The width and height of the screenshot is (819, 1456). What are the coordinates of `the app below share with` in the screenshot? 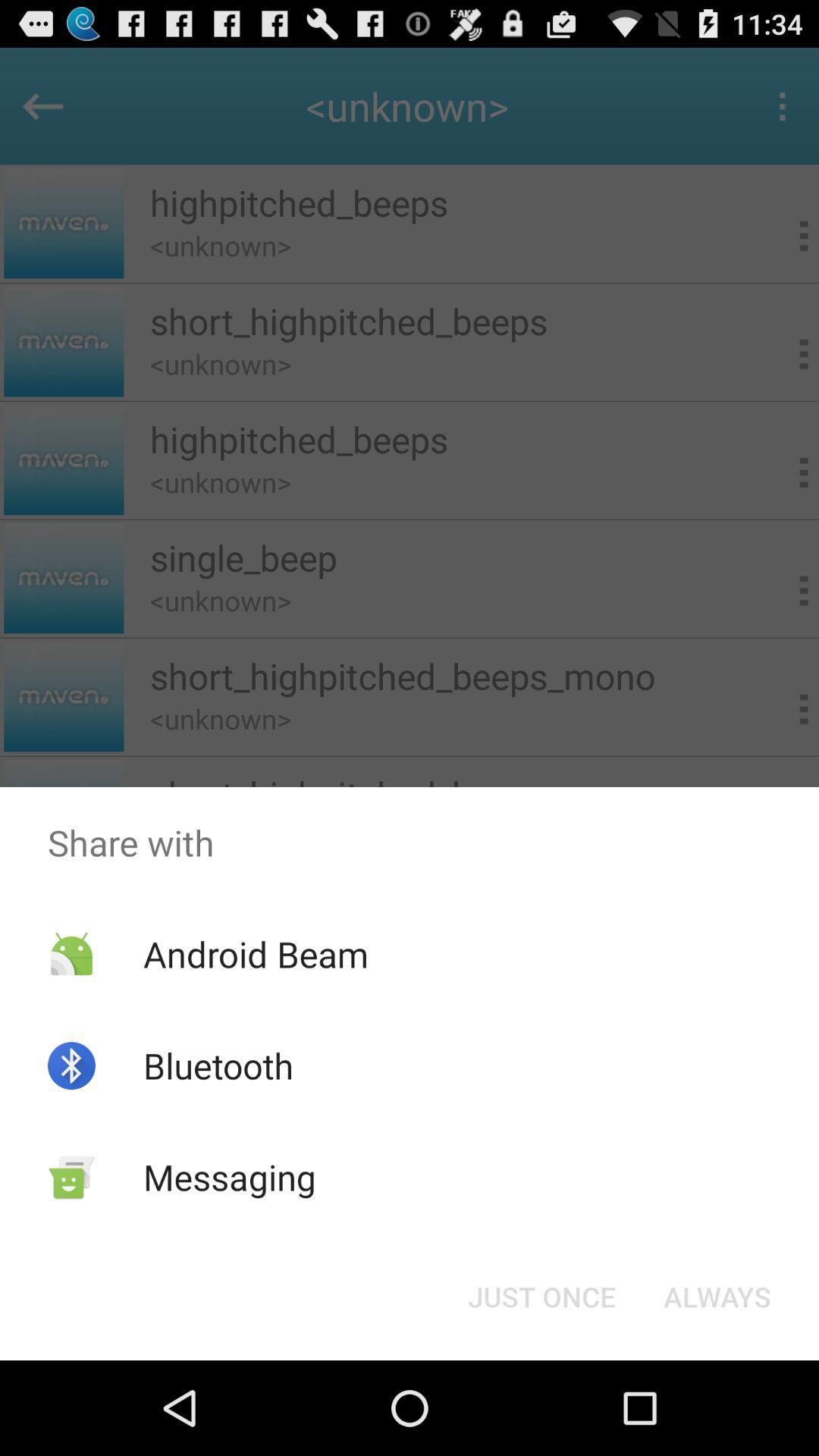 It's located at (541, 1295).